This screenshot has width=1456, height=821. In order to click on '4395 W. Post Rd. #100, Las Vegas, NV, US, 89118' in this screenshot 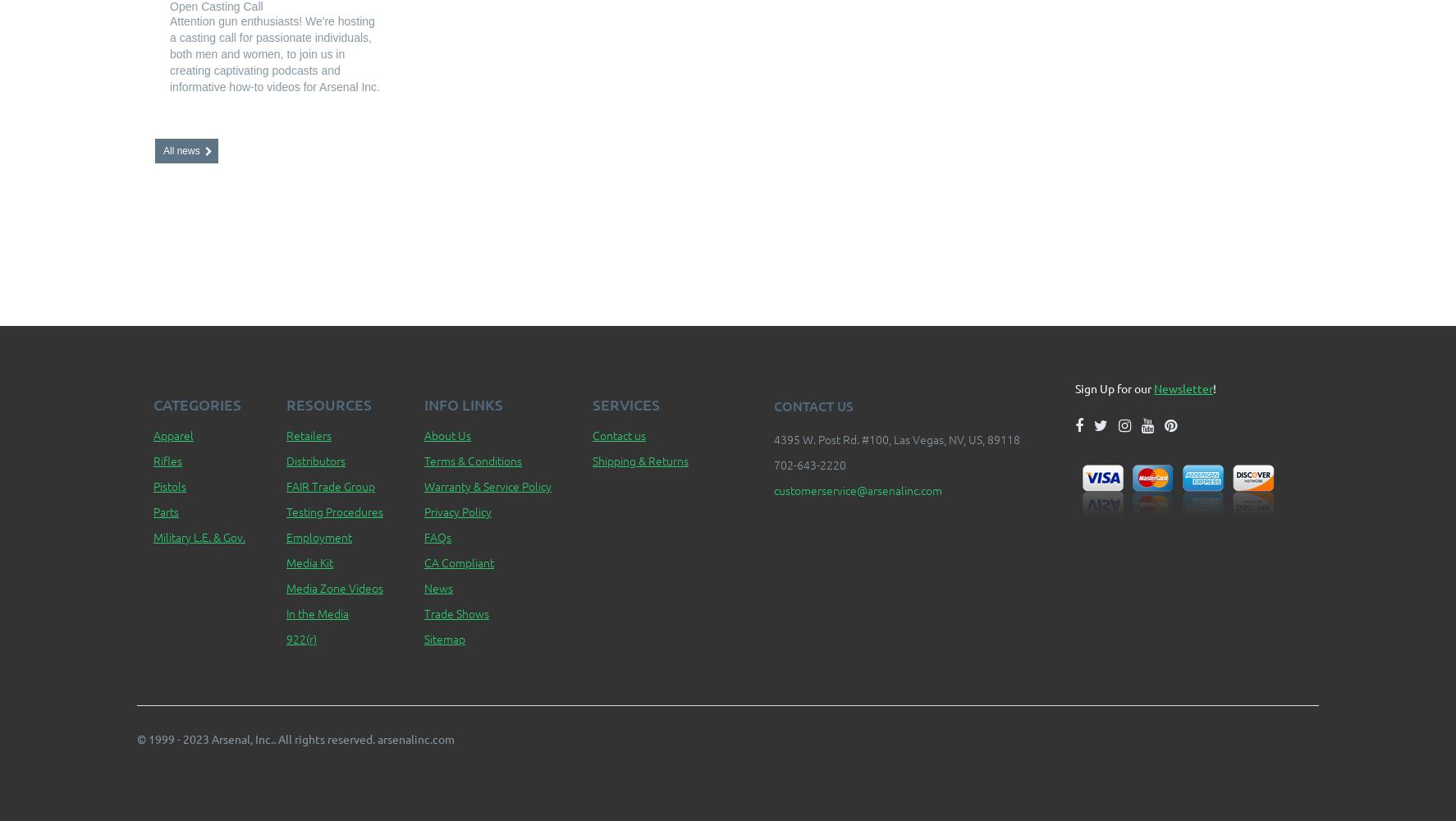, I will do `click(895, 439)`.